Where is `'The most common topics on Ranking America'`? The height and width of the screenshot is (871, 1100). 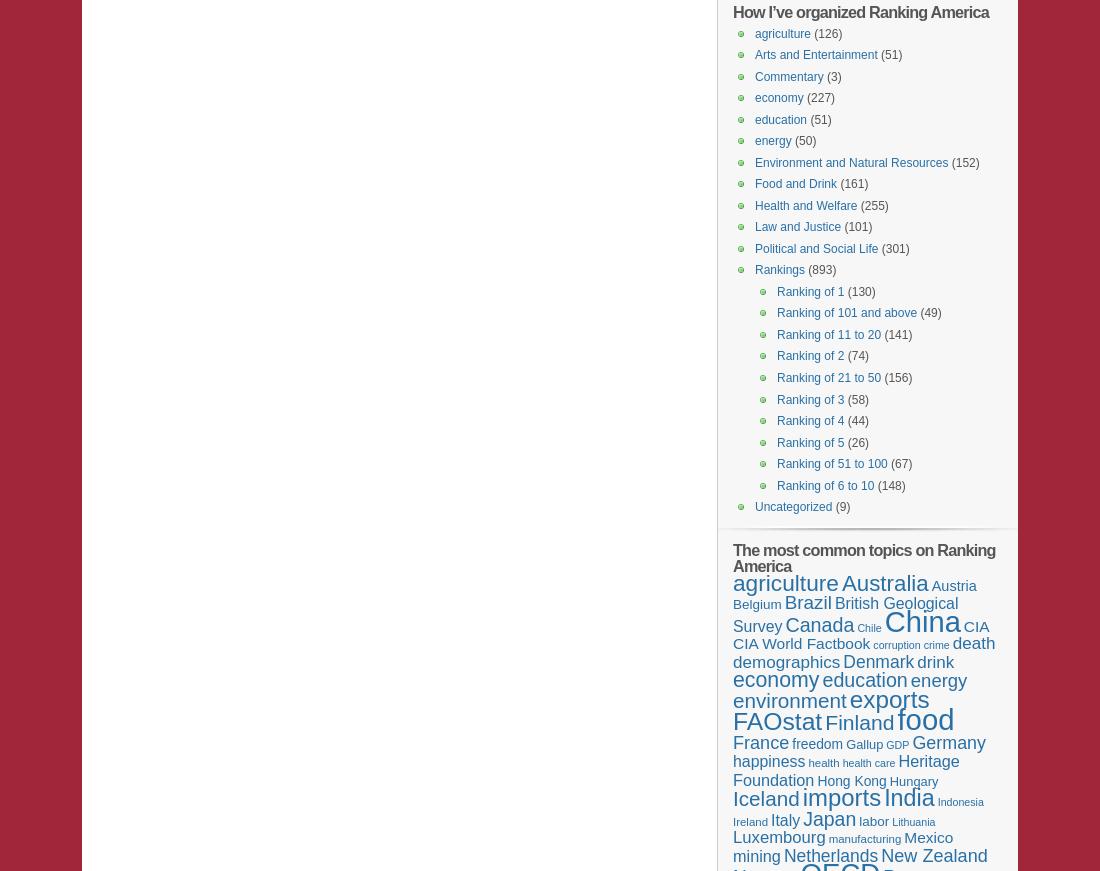 'The most common topics on Ranking America' is located at coordinates (863, 557).